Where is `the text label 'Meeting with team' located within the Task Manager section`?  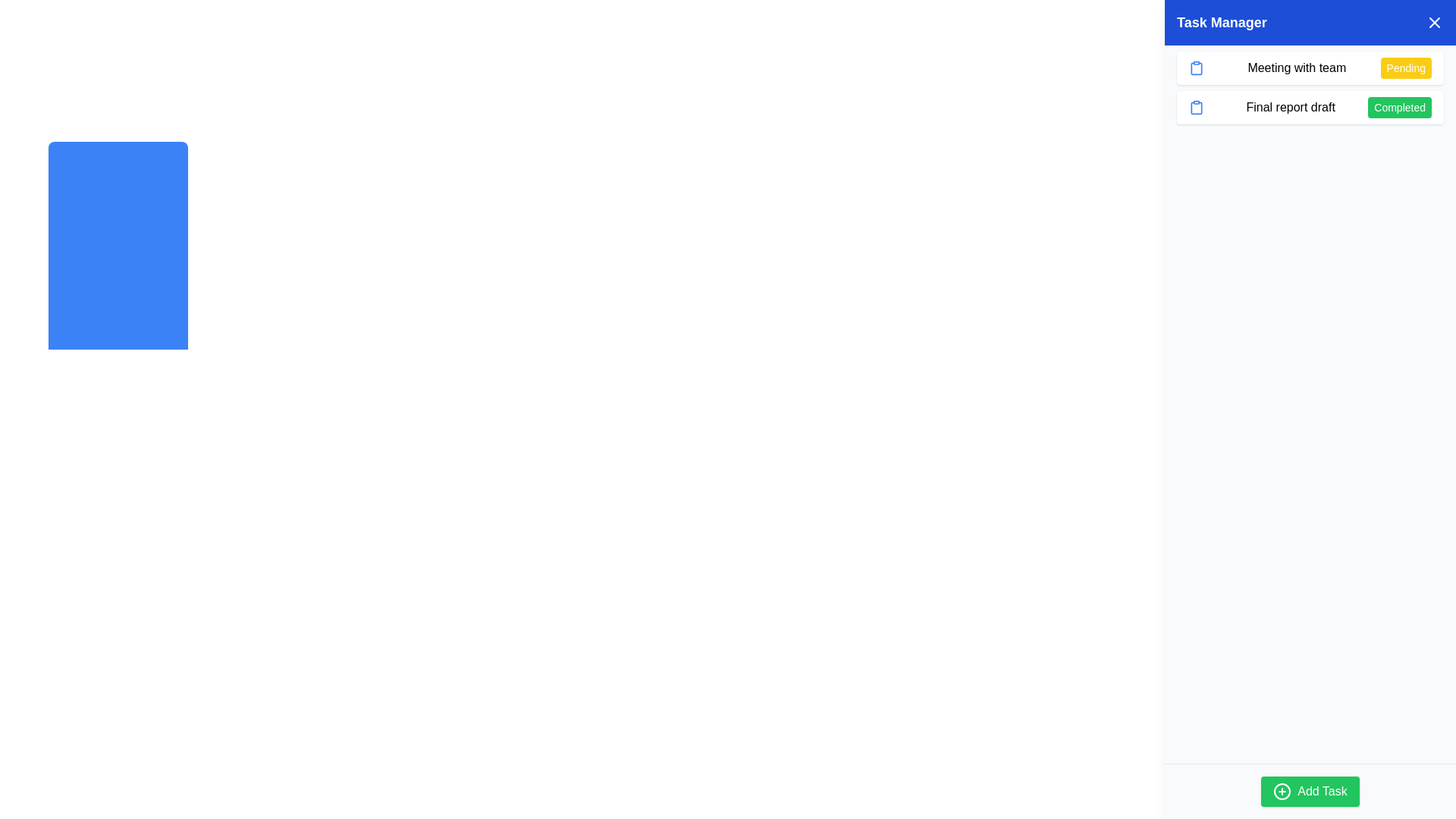
the text label 'Meeting with team' located within the Task Manager section is located at coordinates (1296, 67).